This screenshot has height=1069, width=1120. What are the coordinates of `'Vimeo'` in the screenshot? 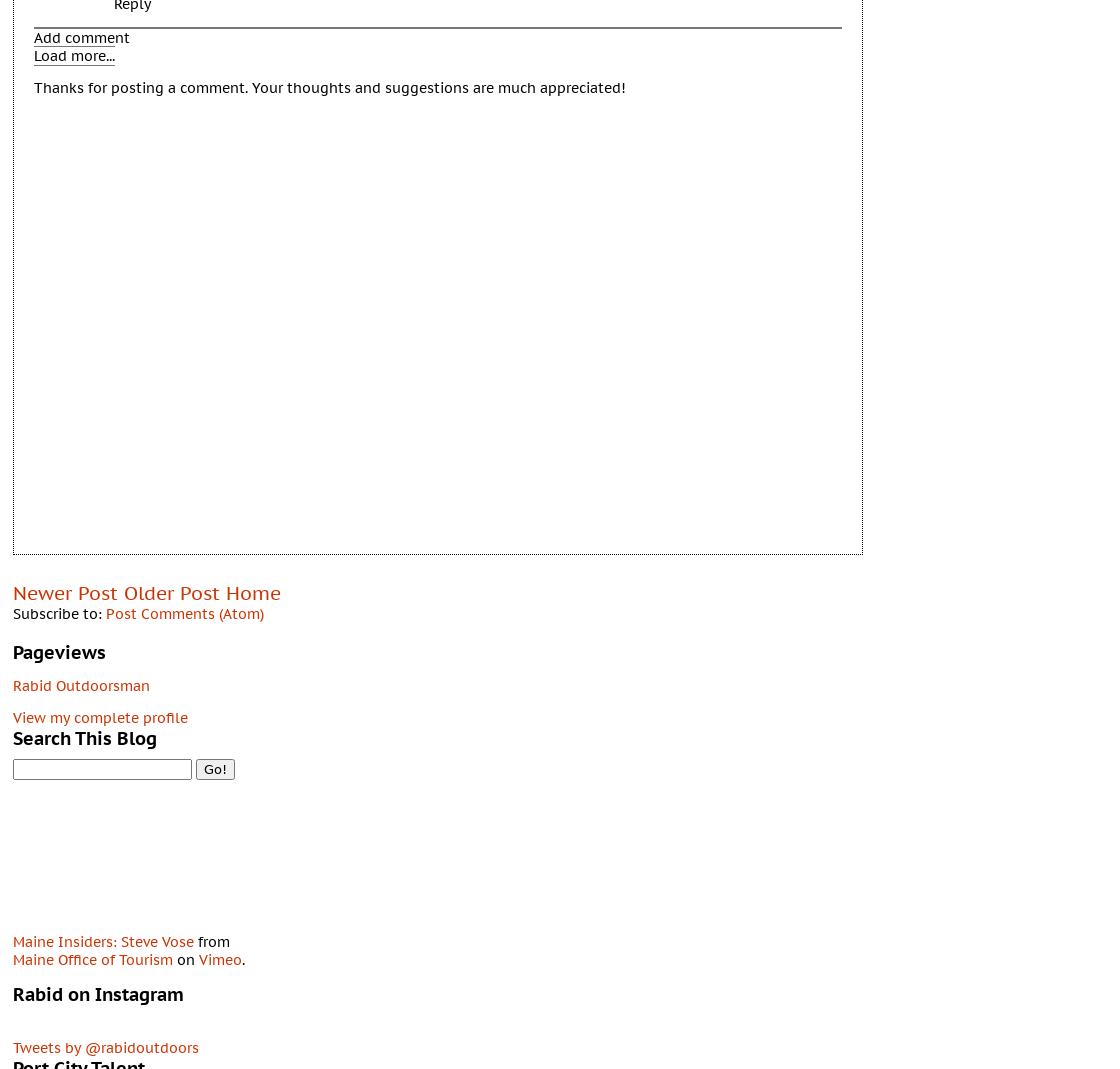 It's located at (220, 957).